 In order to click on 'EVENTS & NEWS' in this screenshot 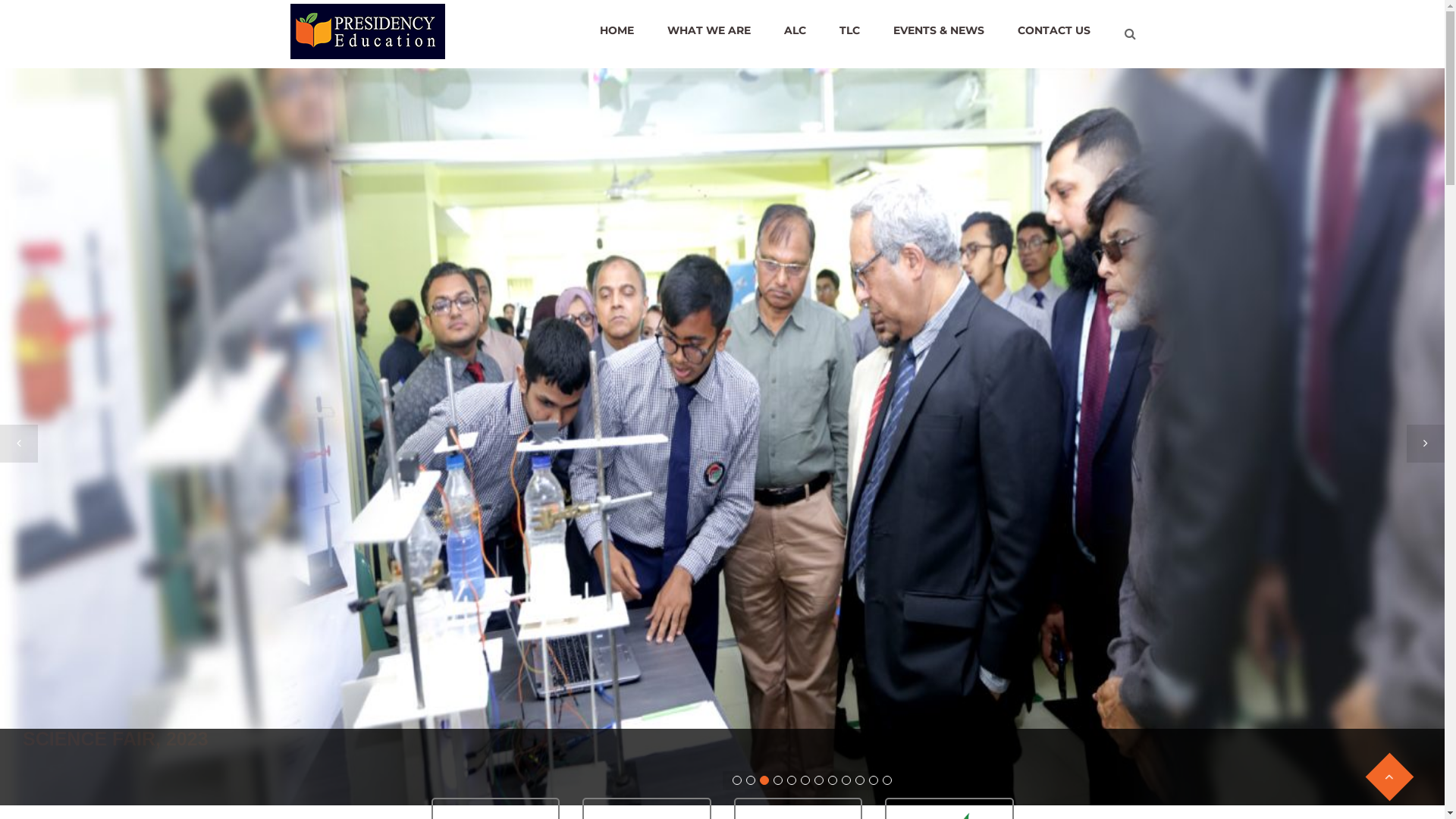, I will do `click(877, 30)`.